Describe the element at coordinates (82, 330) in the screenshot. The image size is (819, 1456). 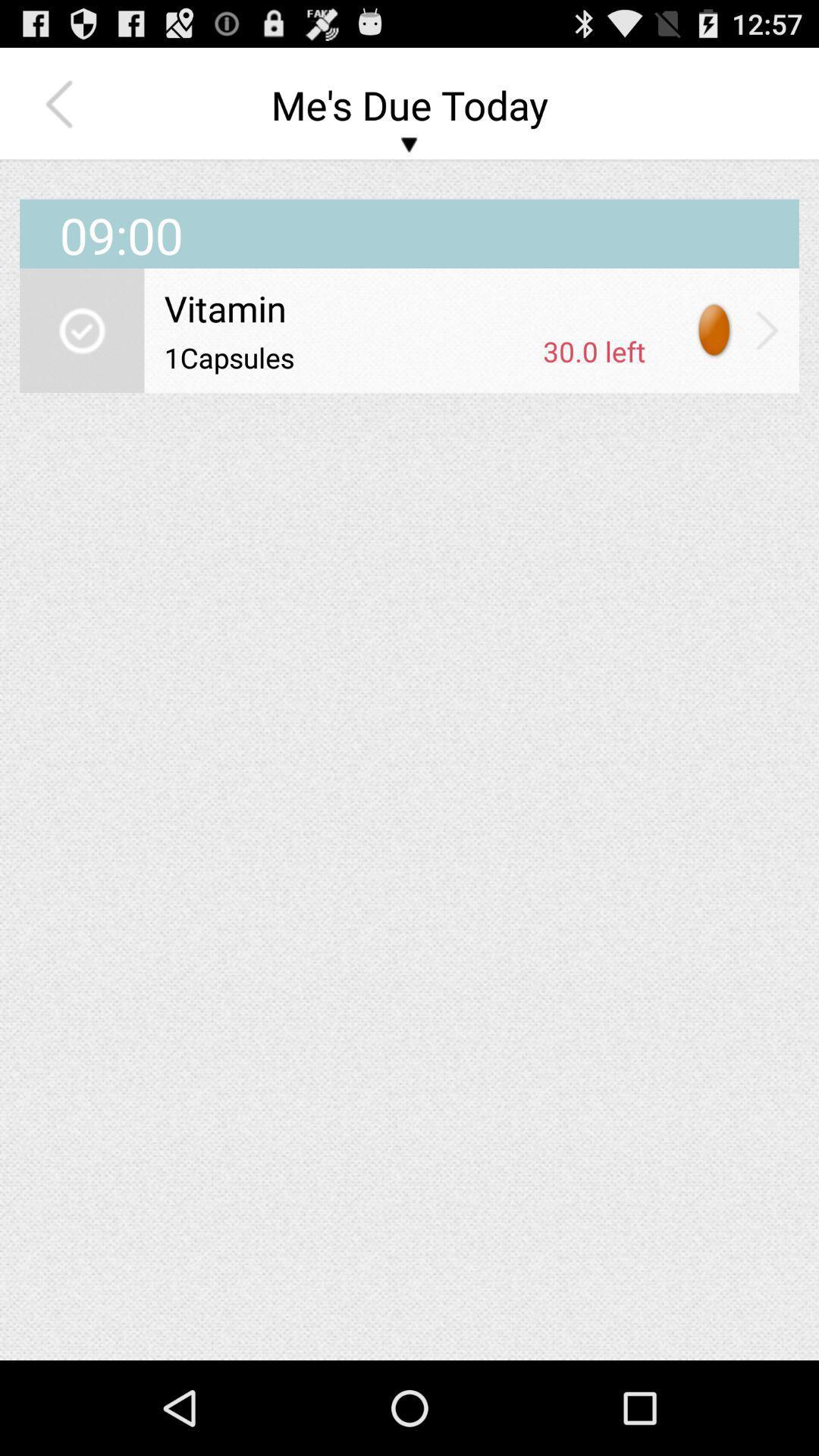
I see `icon below the 09:00` at that location.